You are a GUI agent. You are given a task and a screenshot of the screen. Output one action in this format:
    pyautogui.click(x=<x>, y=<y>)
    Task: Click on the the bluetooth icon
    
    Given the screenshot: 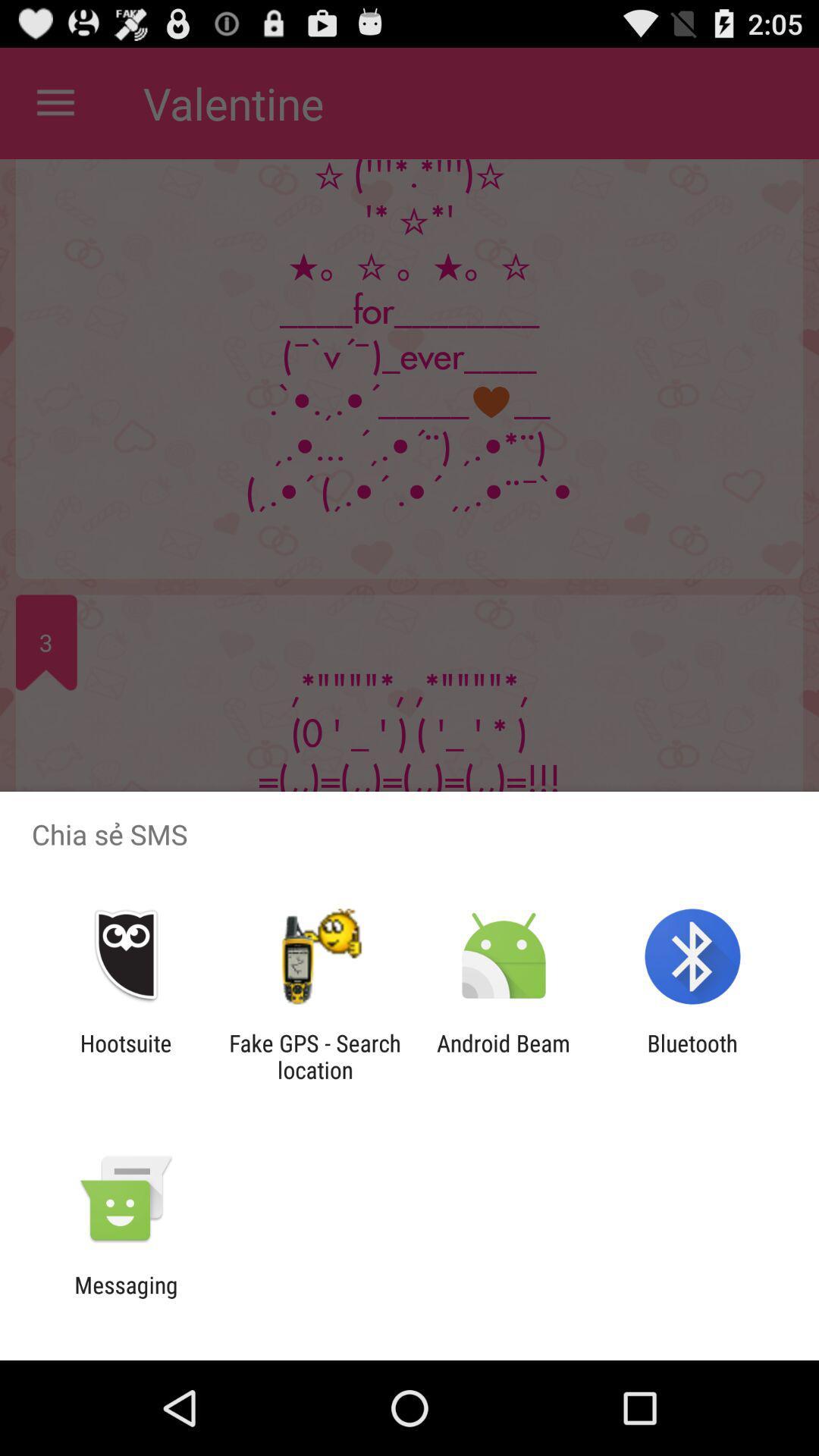 What is the action you would take?
    pyautogui.click(x=692, y=1056)
    